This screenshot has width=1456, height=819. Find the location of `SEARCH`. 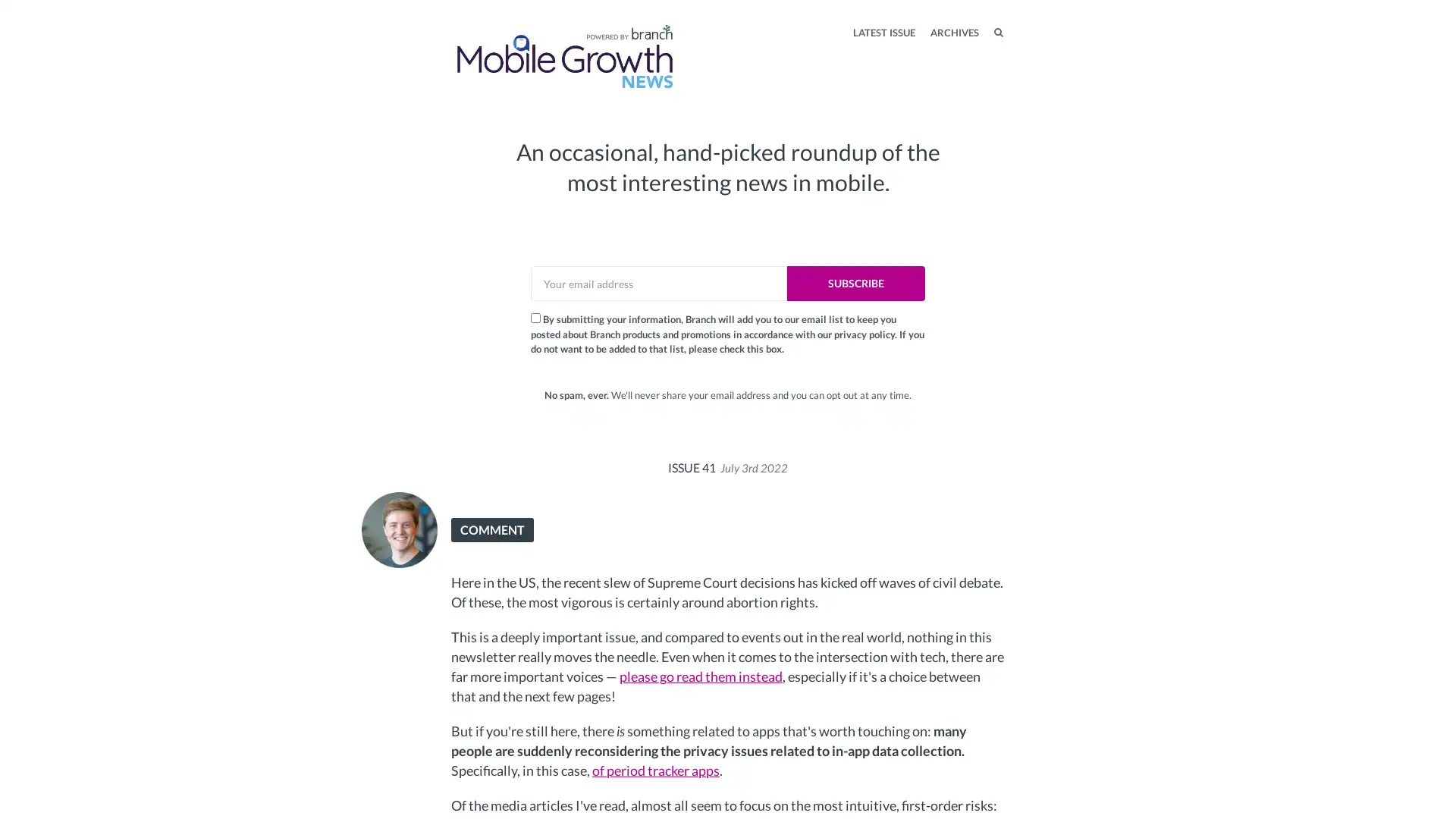

SEARCH is located at coordinates (966, 32).